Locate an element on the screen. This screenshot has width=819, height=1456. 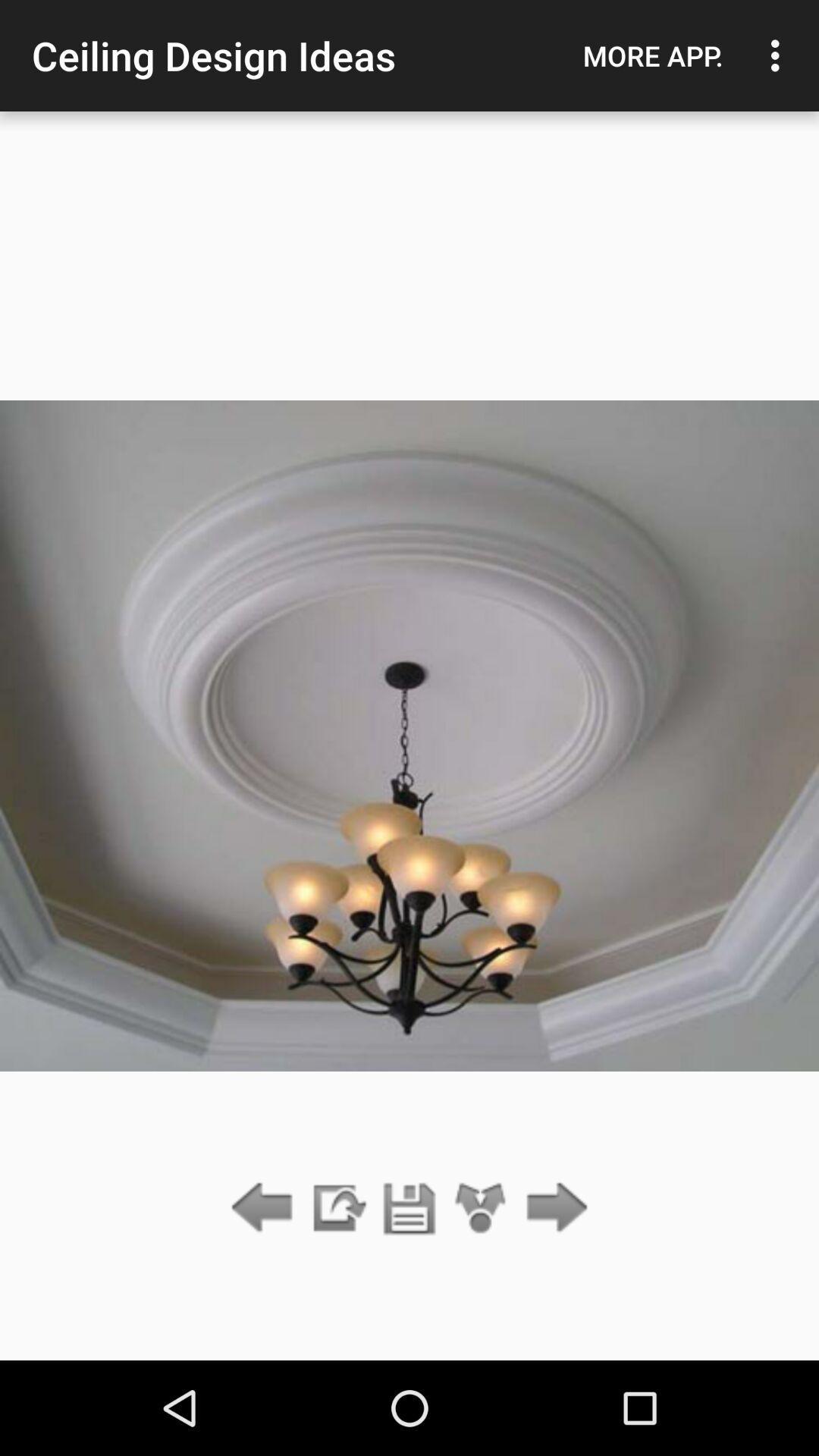
the app next to ceiling design ideas item is located at coordinates (652, 55).